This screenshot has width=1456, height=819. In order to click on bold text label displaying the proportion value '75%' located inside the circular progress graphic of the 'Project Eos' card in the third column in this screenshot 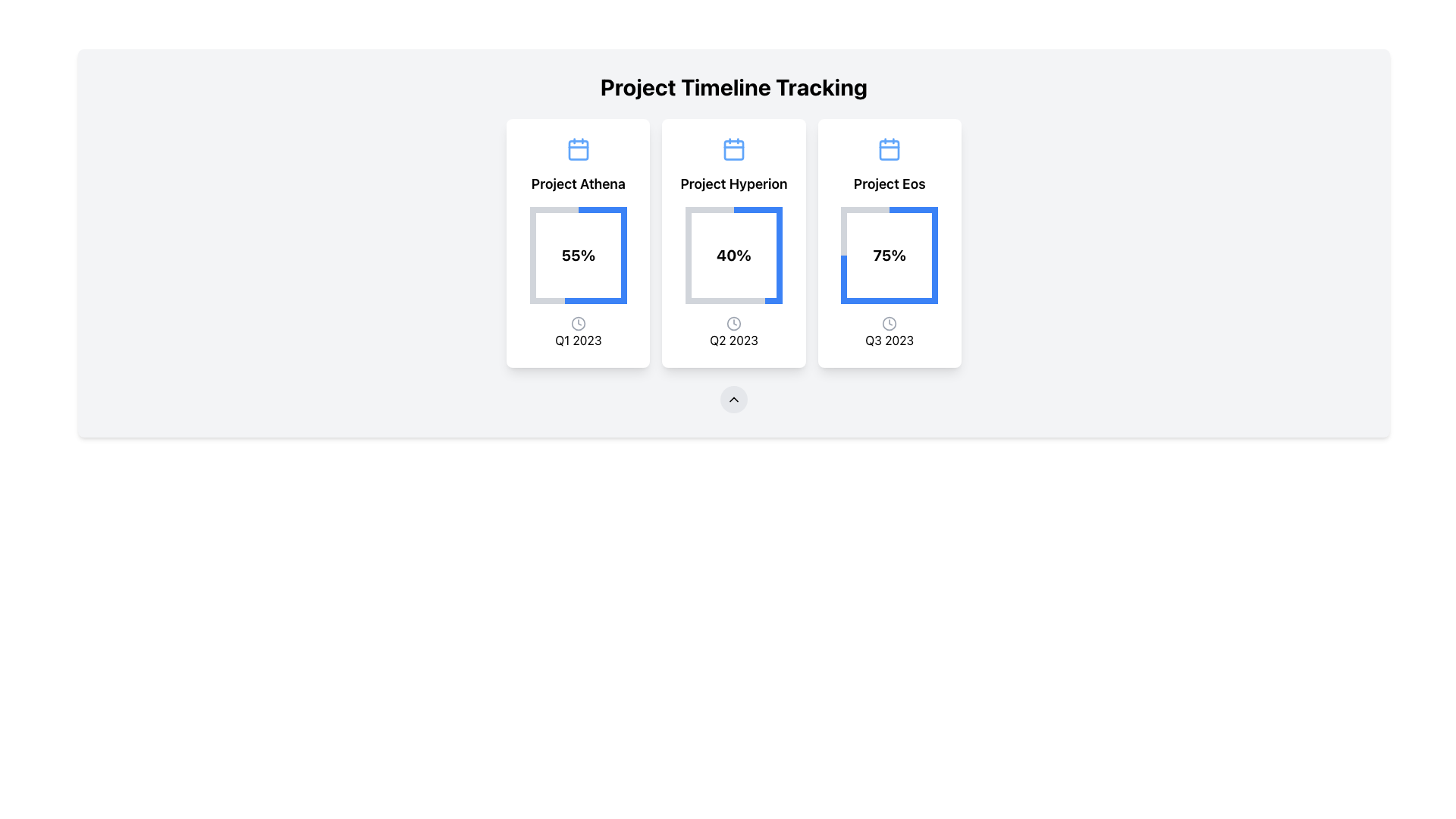, I will do `click(890, 254)`.